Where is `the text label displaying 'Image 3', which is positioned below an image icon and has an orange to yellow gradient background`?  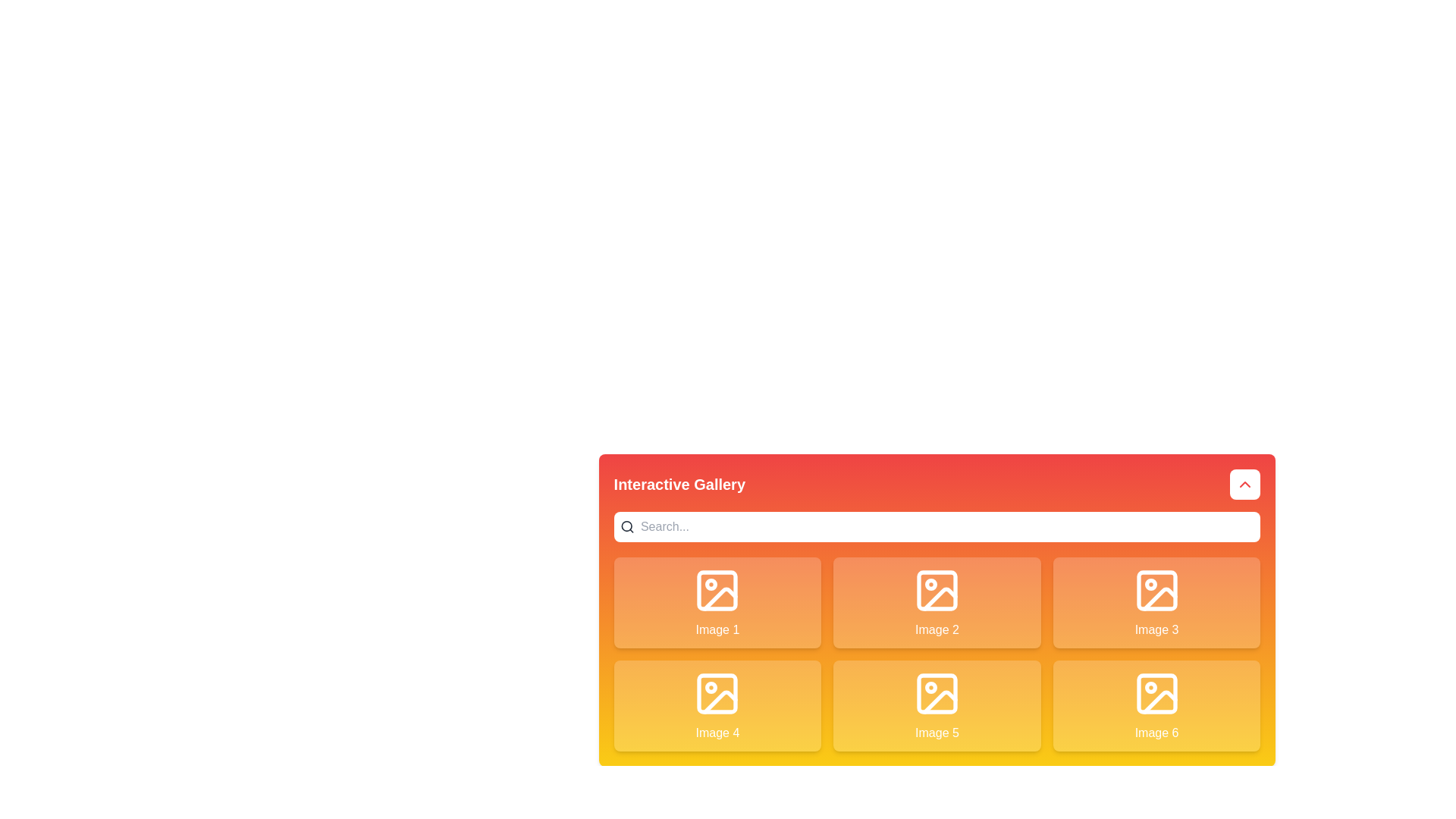 the text label displaying 'Image 3', which is positioned below an image icon and has an orange to yellow gradient background is located at coordinates (1156, 629).